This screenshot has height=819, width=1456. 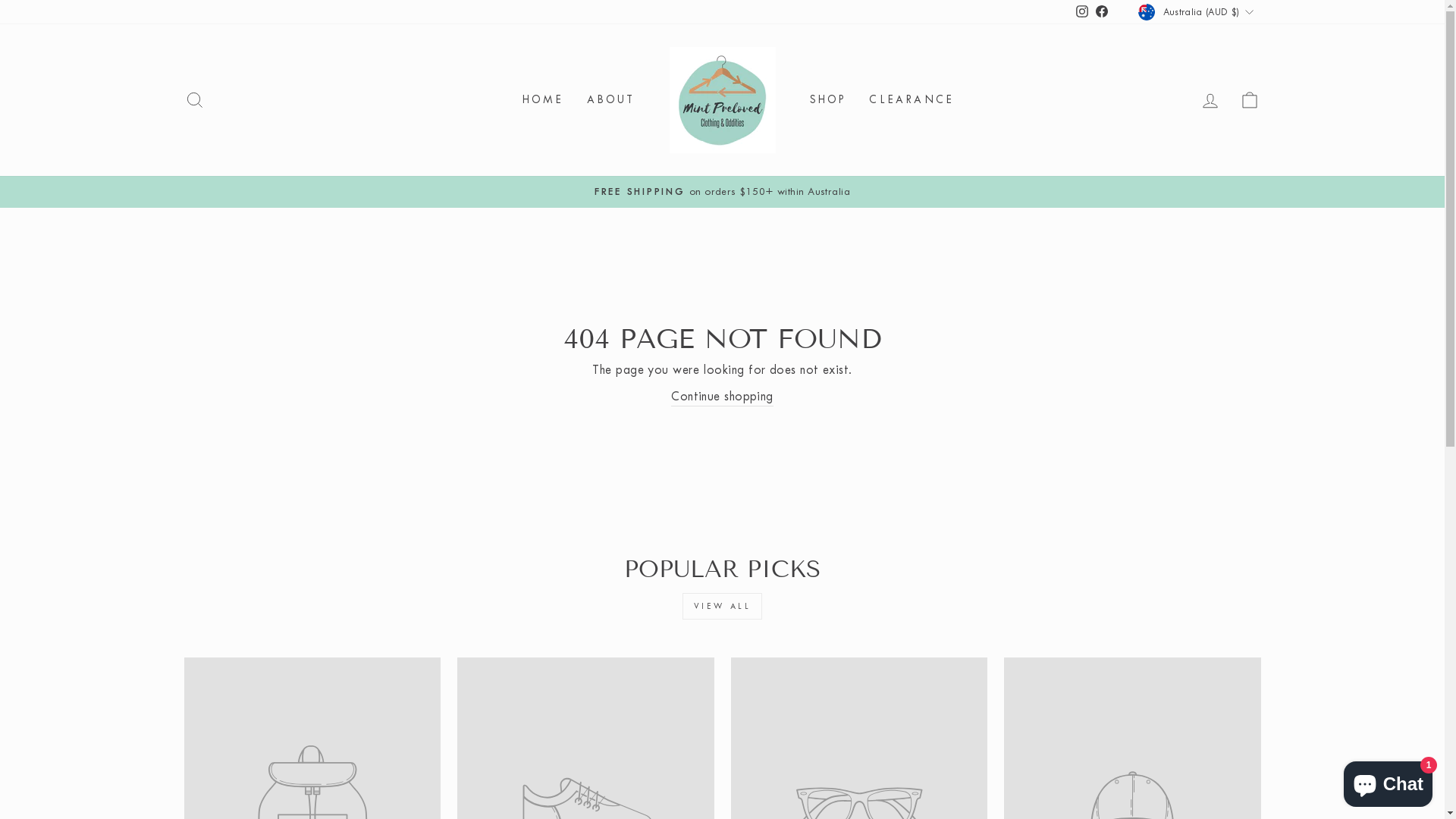 What do you see at coordinates (1189, 100) in the screenshot?
I see `'LOG IN'` at bounding box center [1189, 100].